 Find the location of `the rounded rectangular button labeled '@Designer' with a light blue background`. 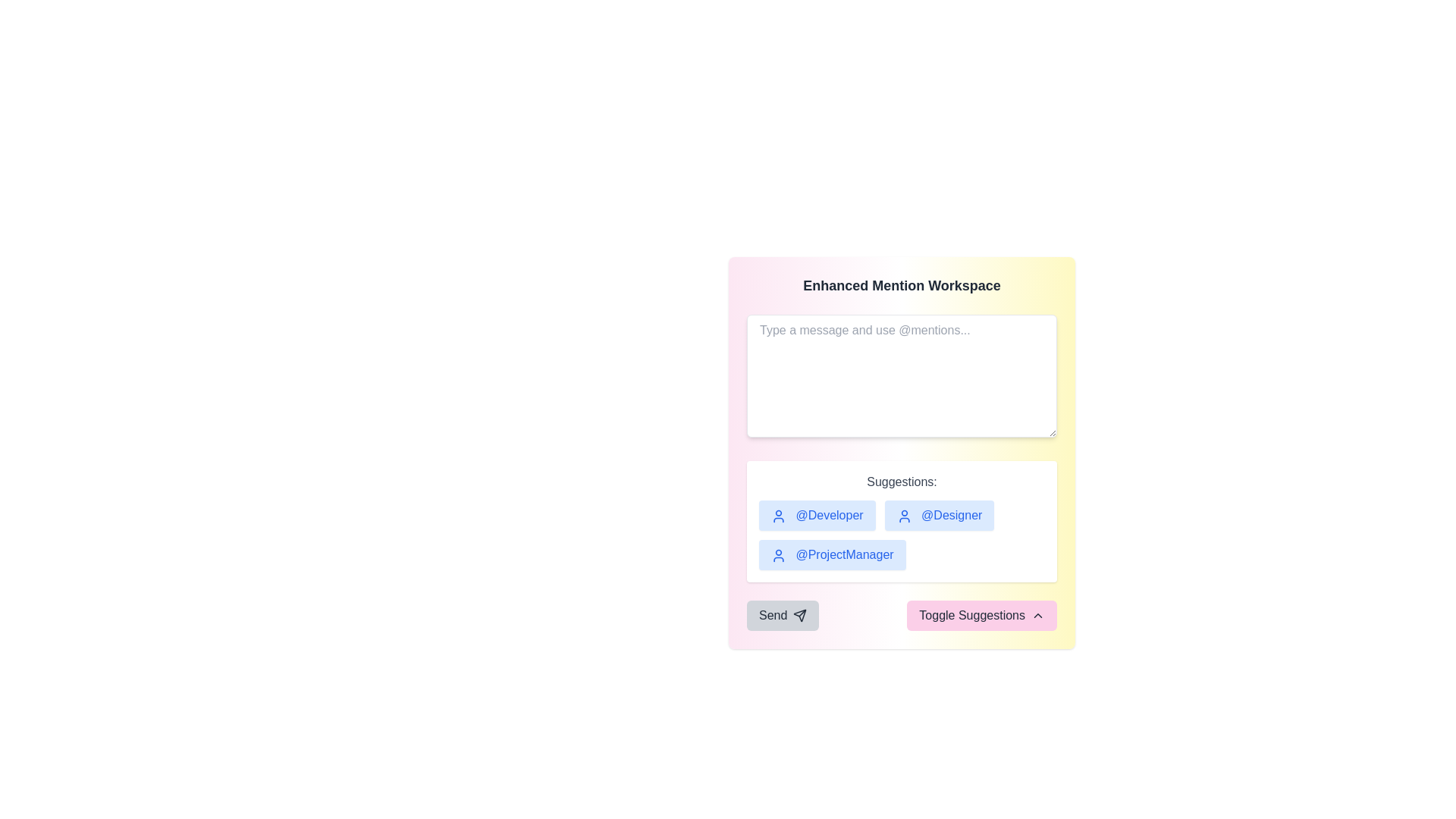

the rounded rectangular button labeled '@Designer' with a light blue background is located at coordinates (938, 514).